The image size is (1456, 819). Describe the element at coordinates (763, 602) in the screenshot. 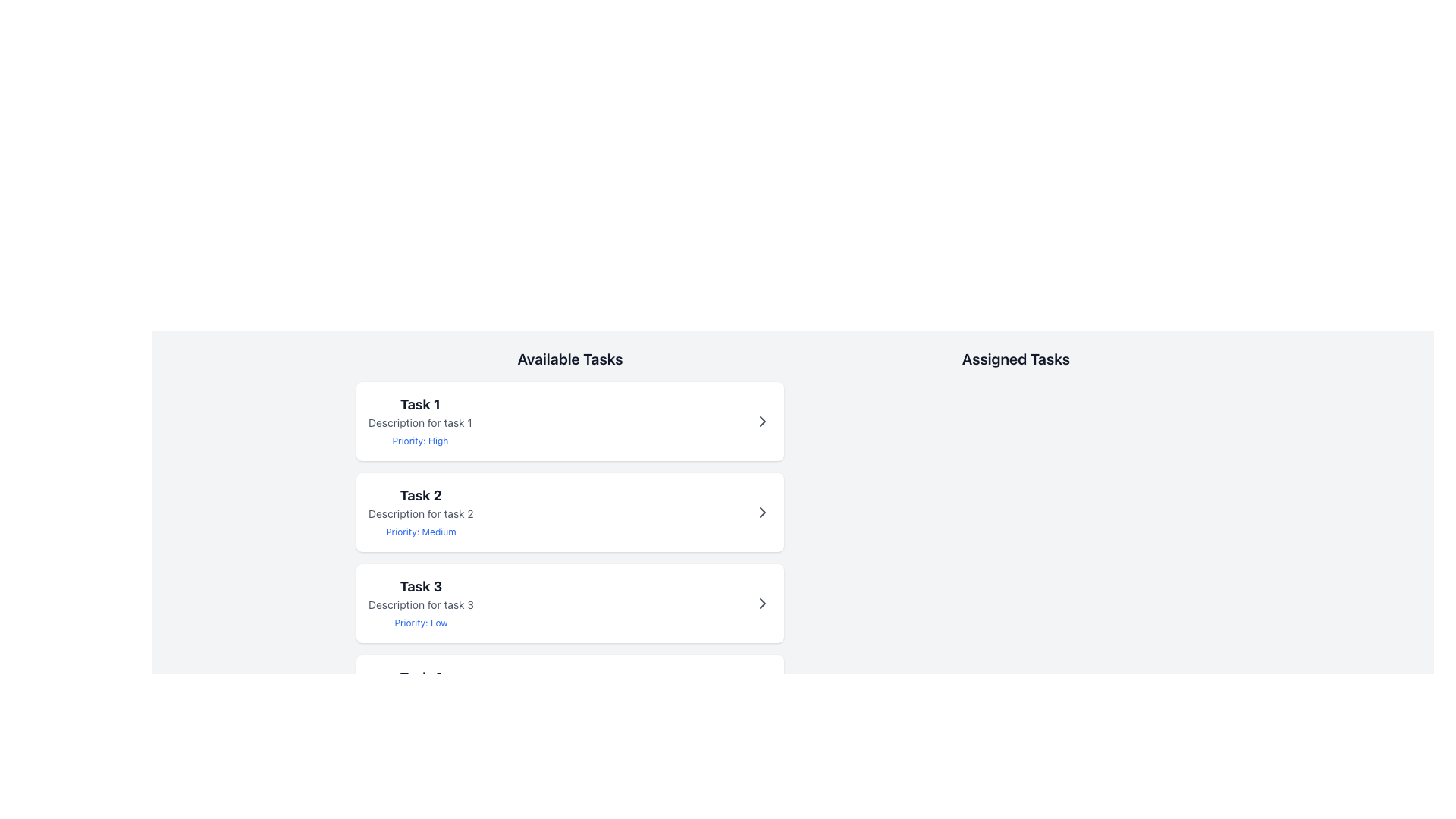

I see `the indicator icon located at the end of the third task item in the 'Available Tasks' column` at that location.